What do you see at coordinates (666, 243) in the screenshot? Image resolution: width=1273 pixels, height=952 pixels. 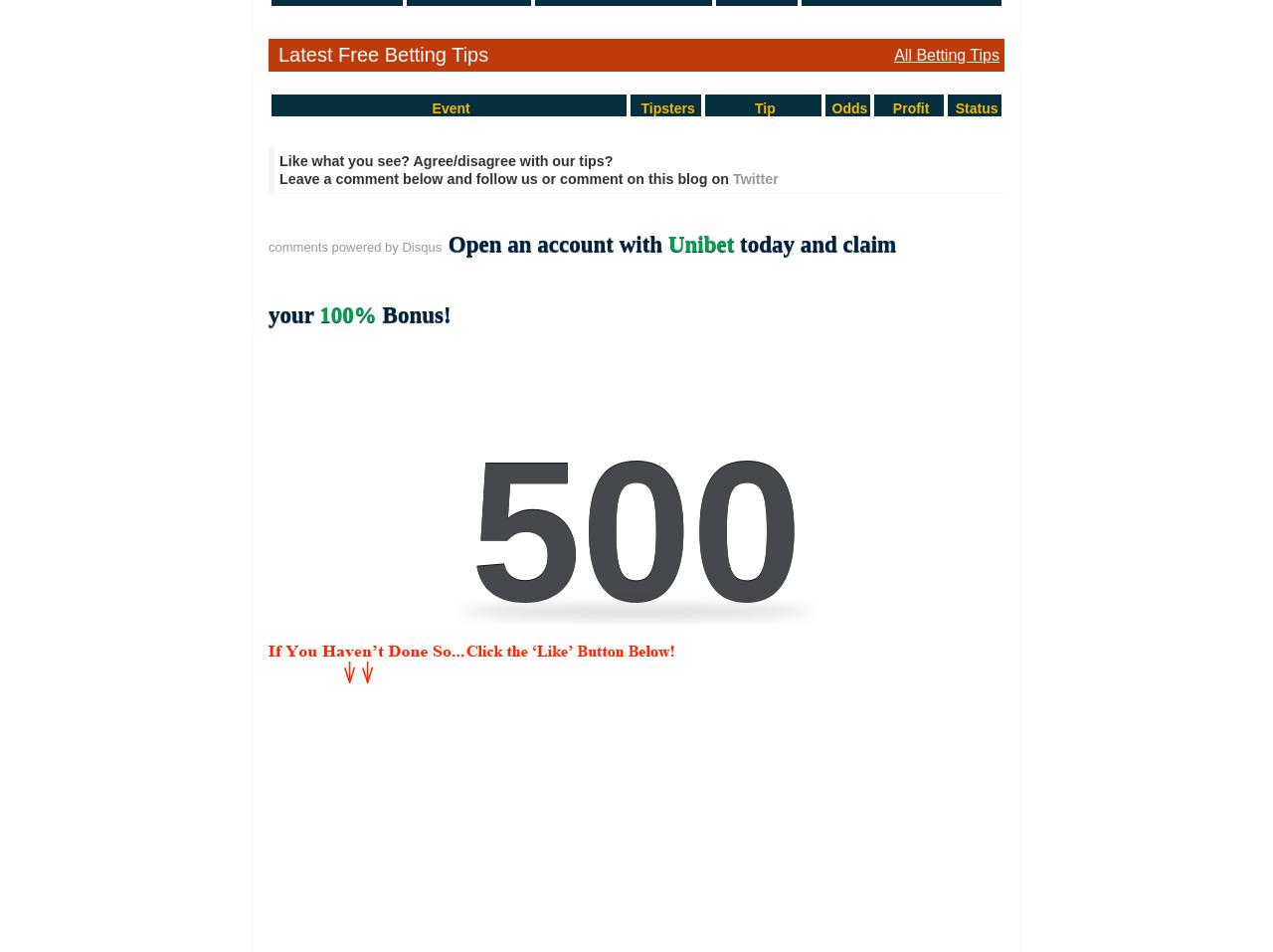 I see `'Unibet'` at bounding box center [666, 243].